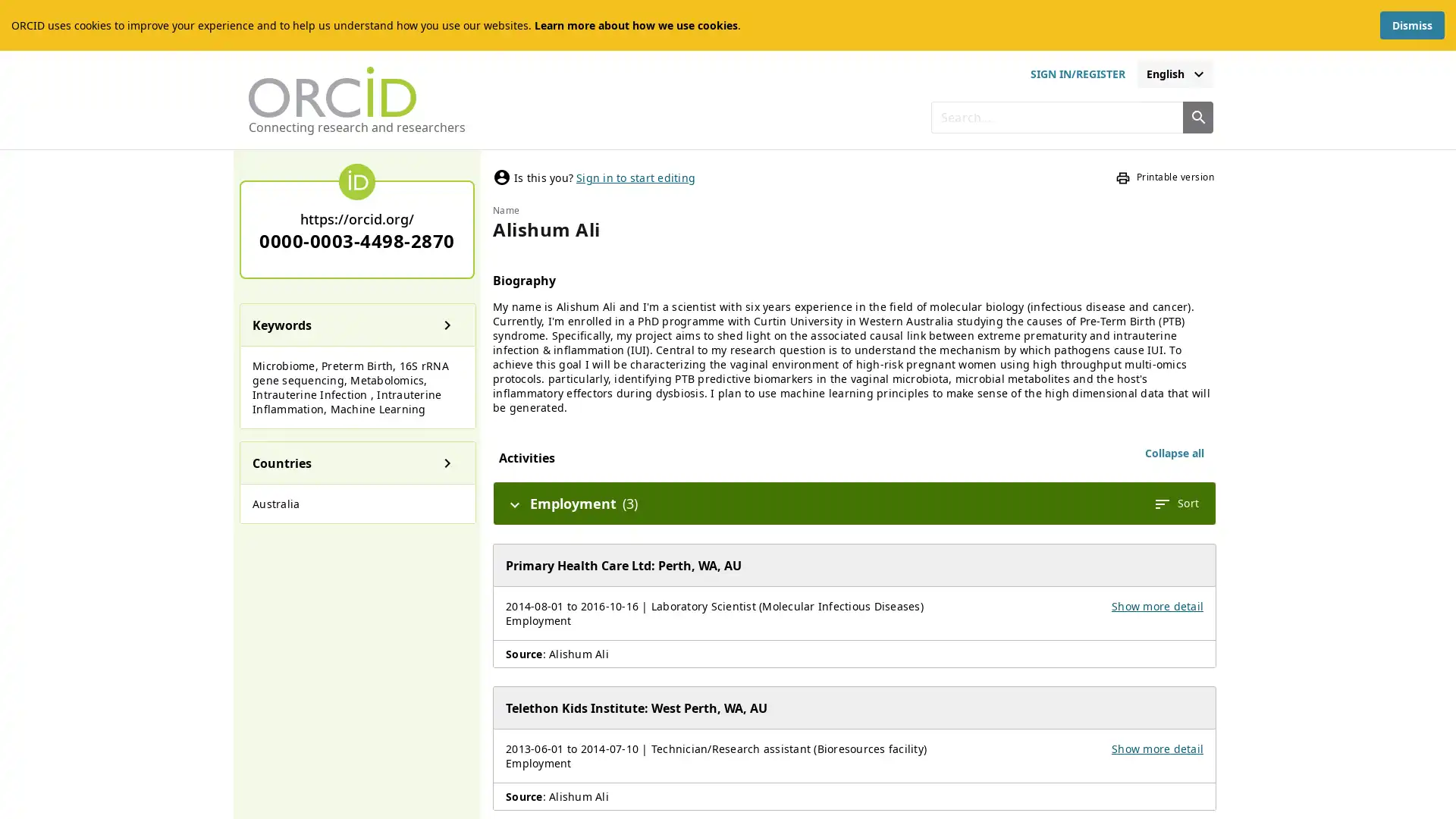 The width and height of the screenshot is (1456, 819). I want to click on Collapse all, so click(1174, 452).